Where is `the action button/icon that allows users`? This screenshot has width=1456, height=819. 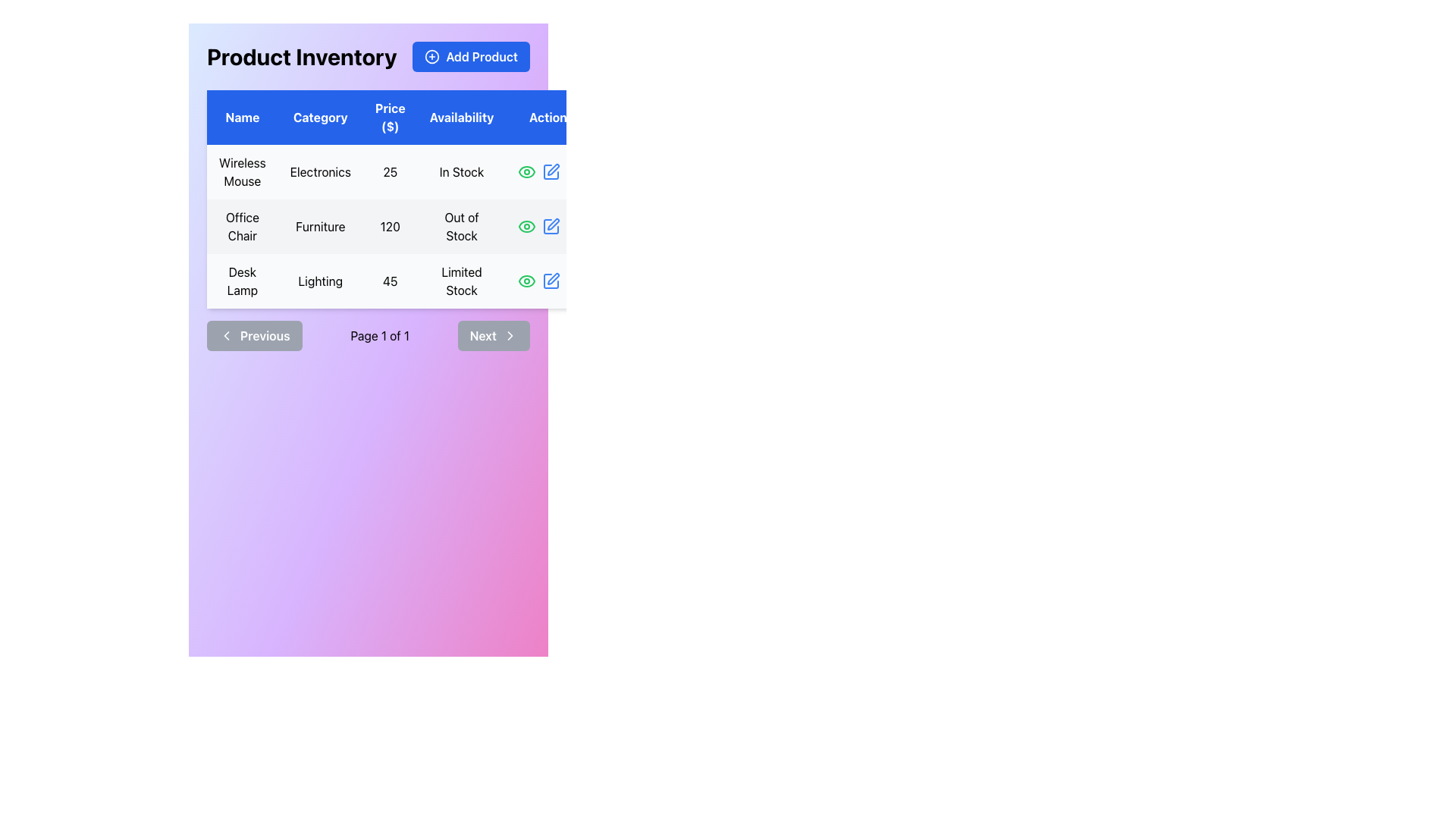 the action button/icon that allows users is located at coordinates (527, 281).